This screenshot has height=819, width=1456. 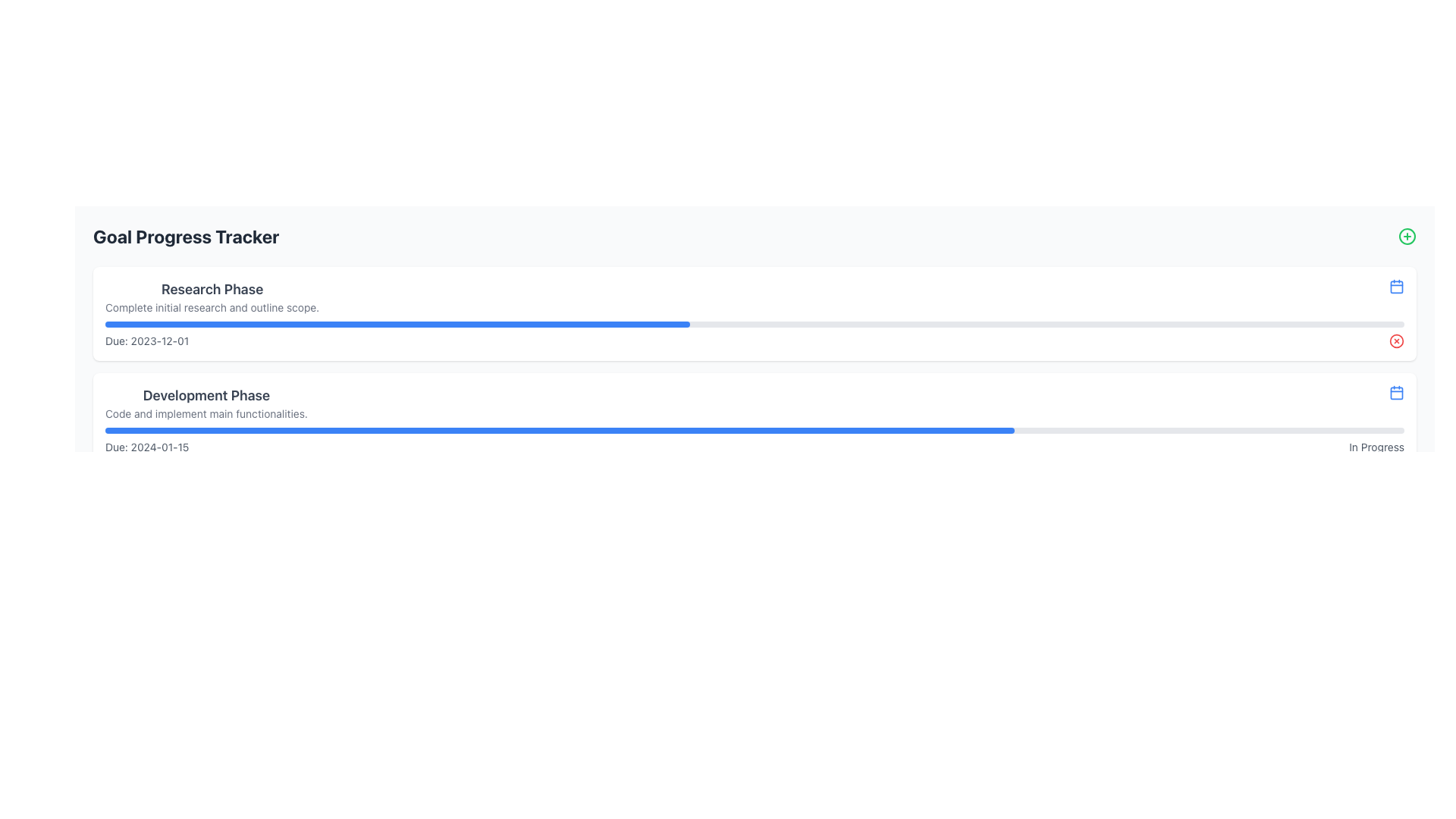 What do you see at coordinates (1396, 341) in the screenshot?
I see `the deletion or cancellation button located in the 'Due: 2023-12-01' section of the 'Research Phase' task in the 'Goal Progress Tracker'` at bounding box center [1396, 341].